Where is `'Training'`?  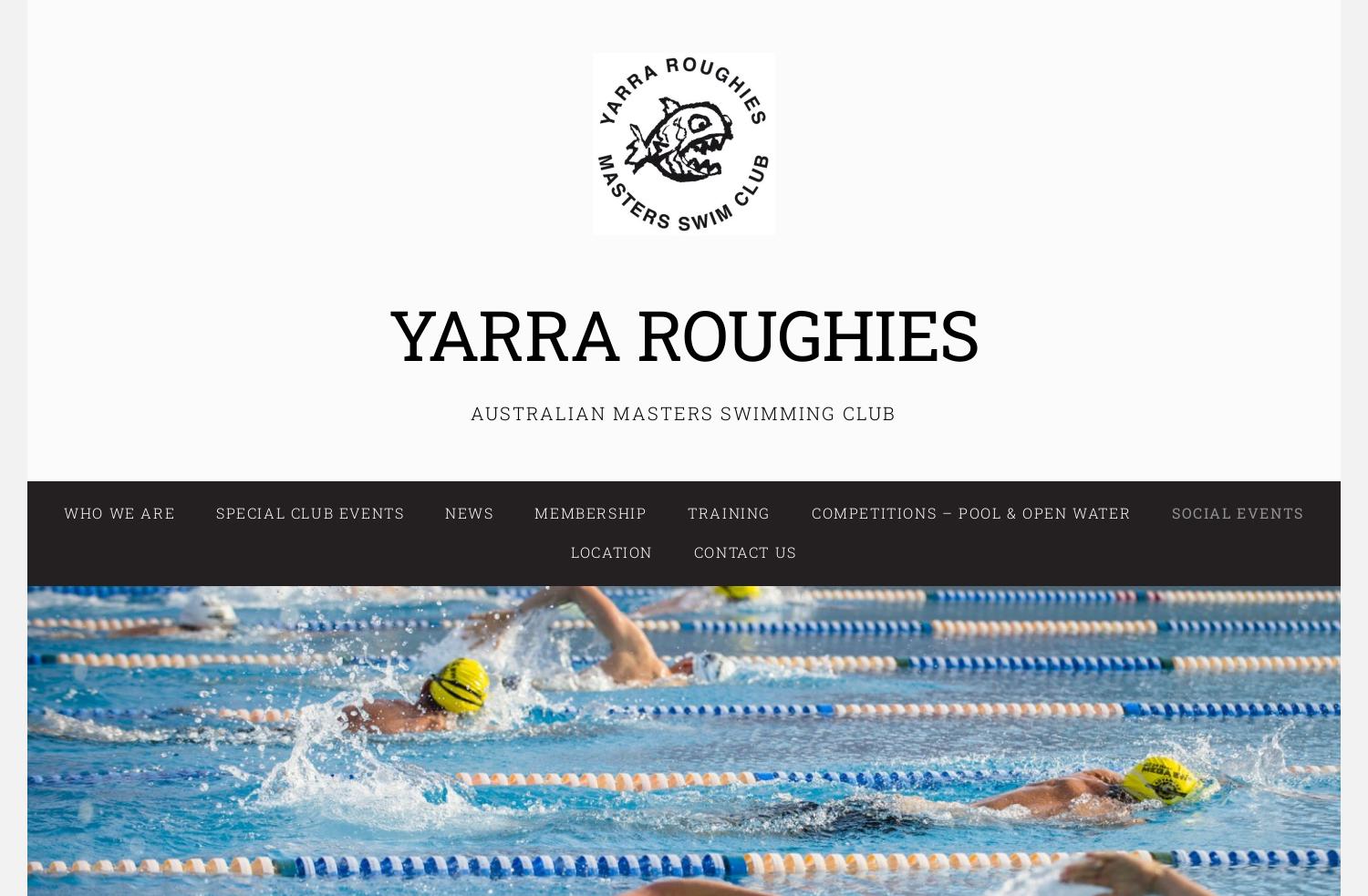 'Training' is located at coordinates (688, 512).